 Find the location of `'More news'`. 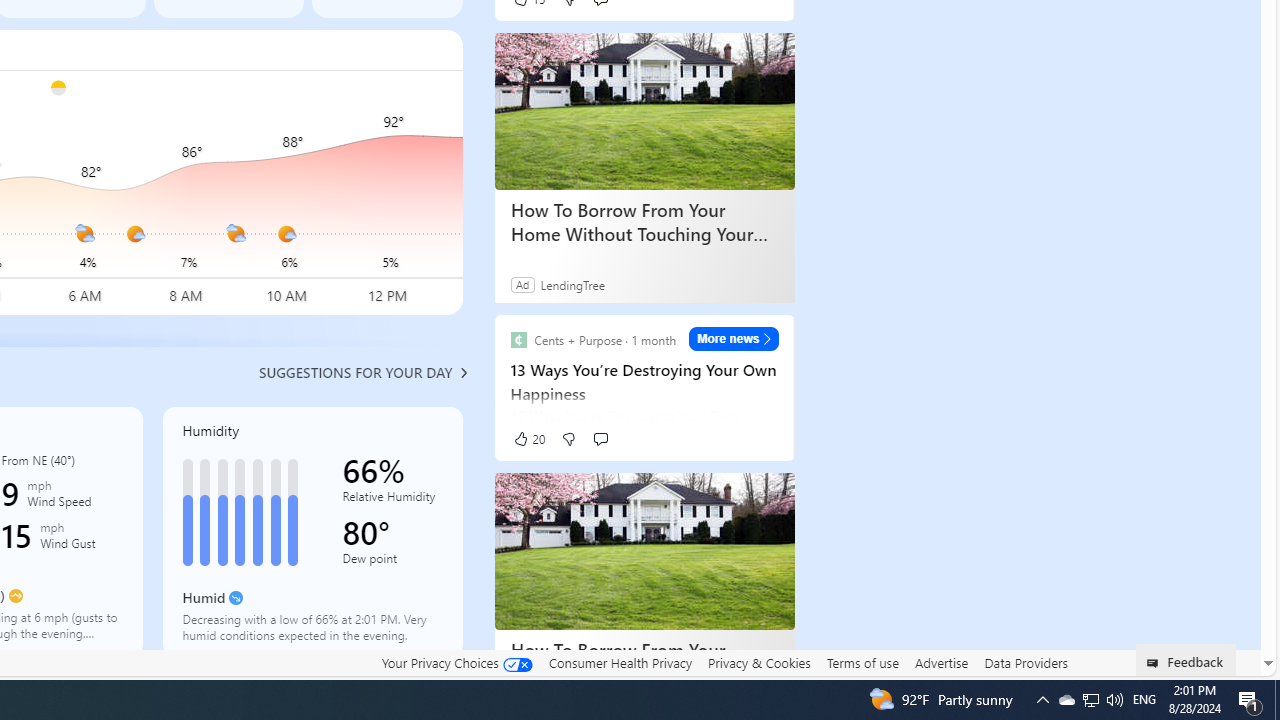

'More news' is located at coordinates (733, 338).